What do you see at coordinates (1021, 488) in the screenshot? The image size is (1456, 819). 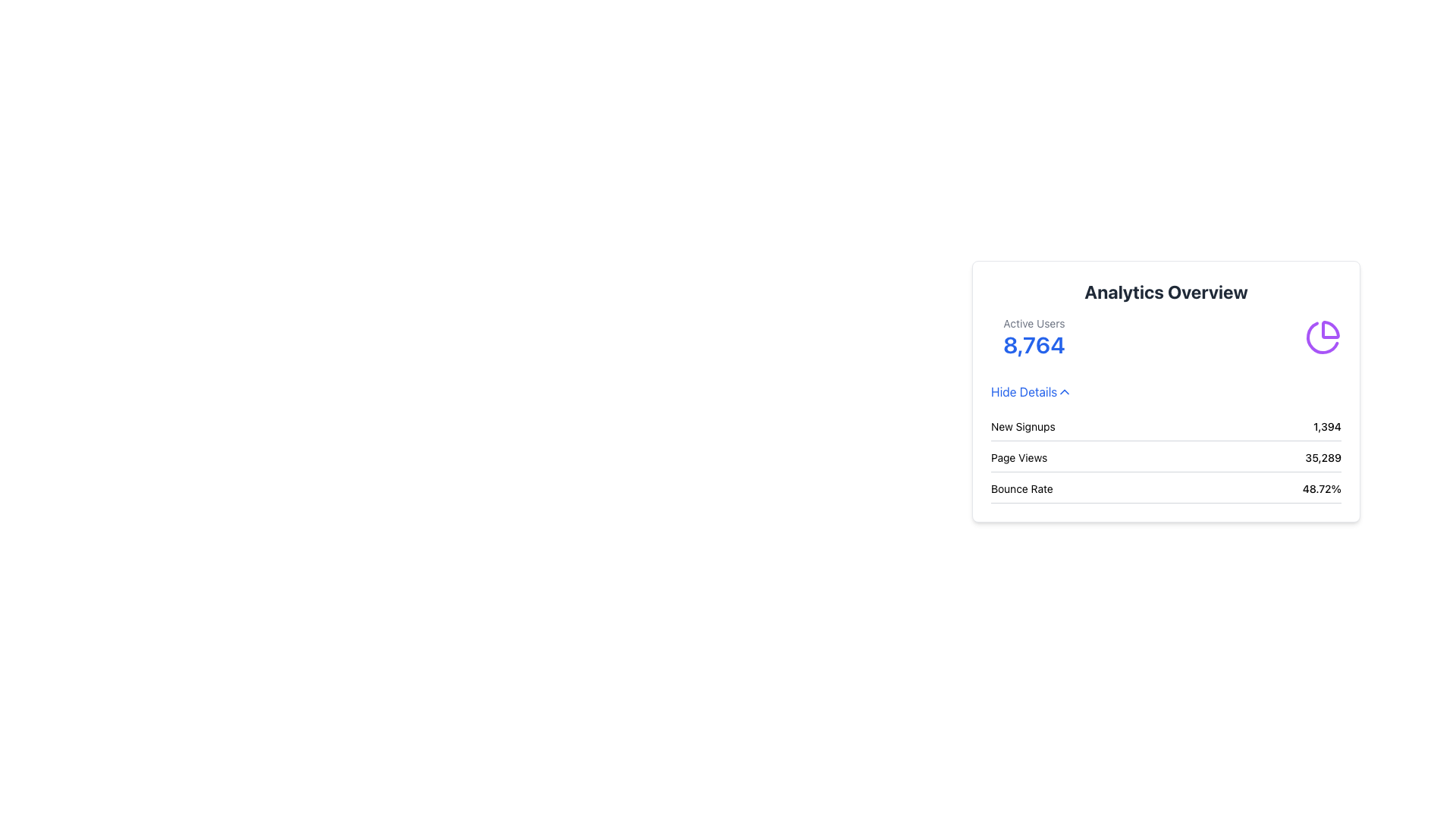 I see `the text label reading 'Bounce Rate' located on the left side of the row in the 'Analytics Overview' card` at bounding box center [1021, 488].